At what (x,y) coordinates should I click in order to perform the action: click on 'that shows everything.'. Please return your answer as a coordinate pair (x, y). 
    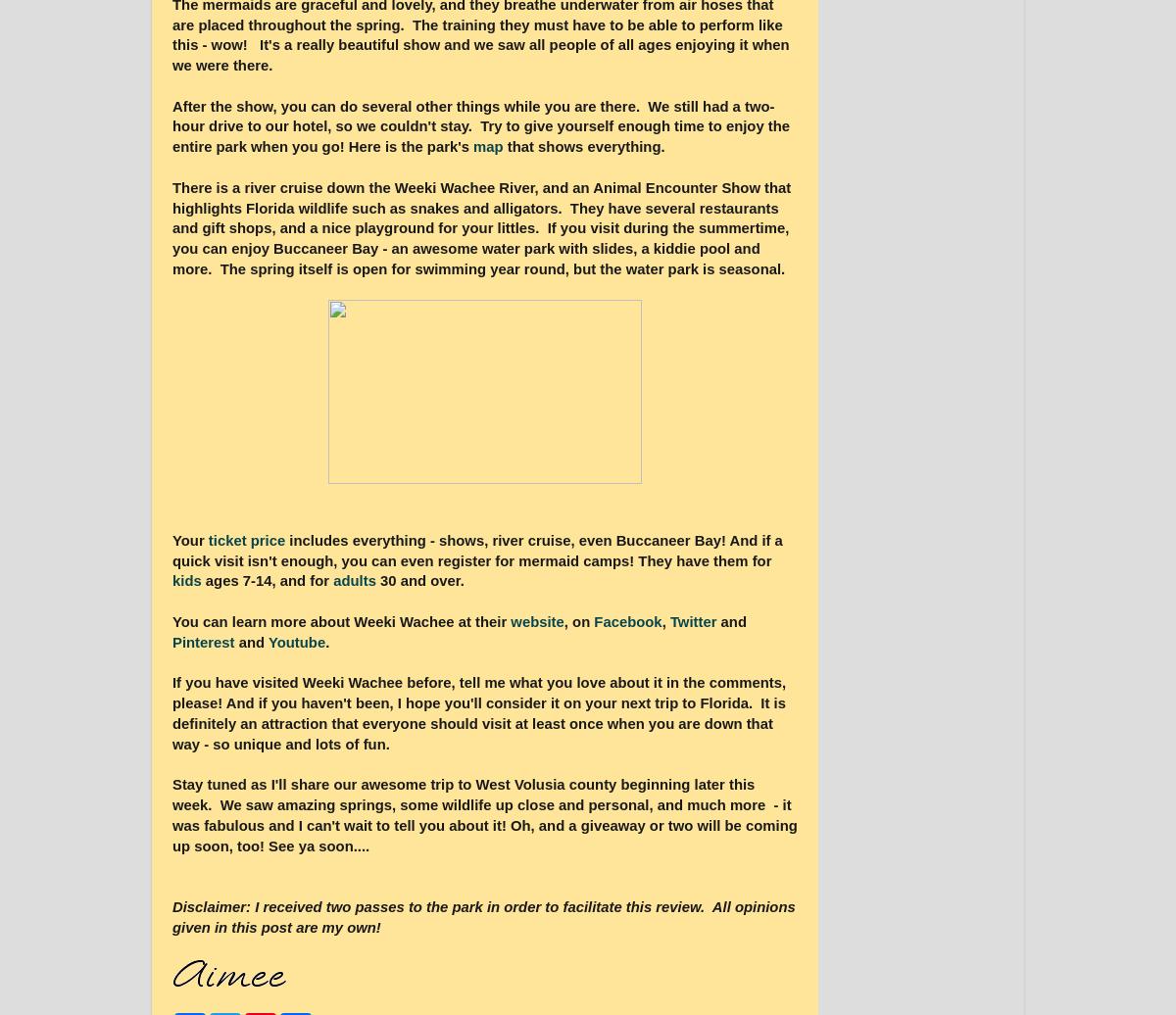
    Looking at the image, I should click on (502, 147).